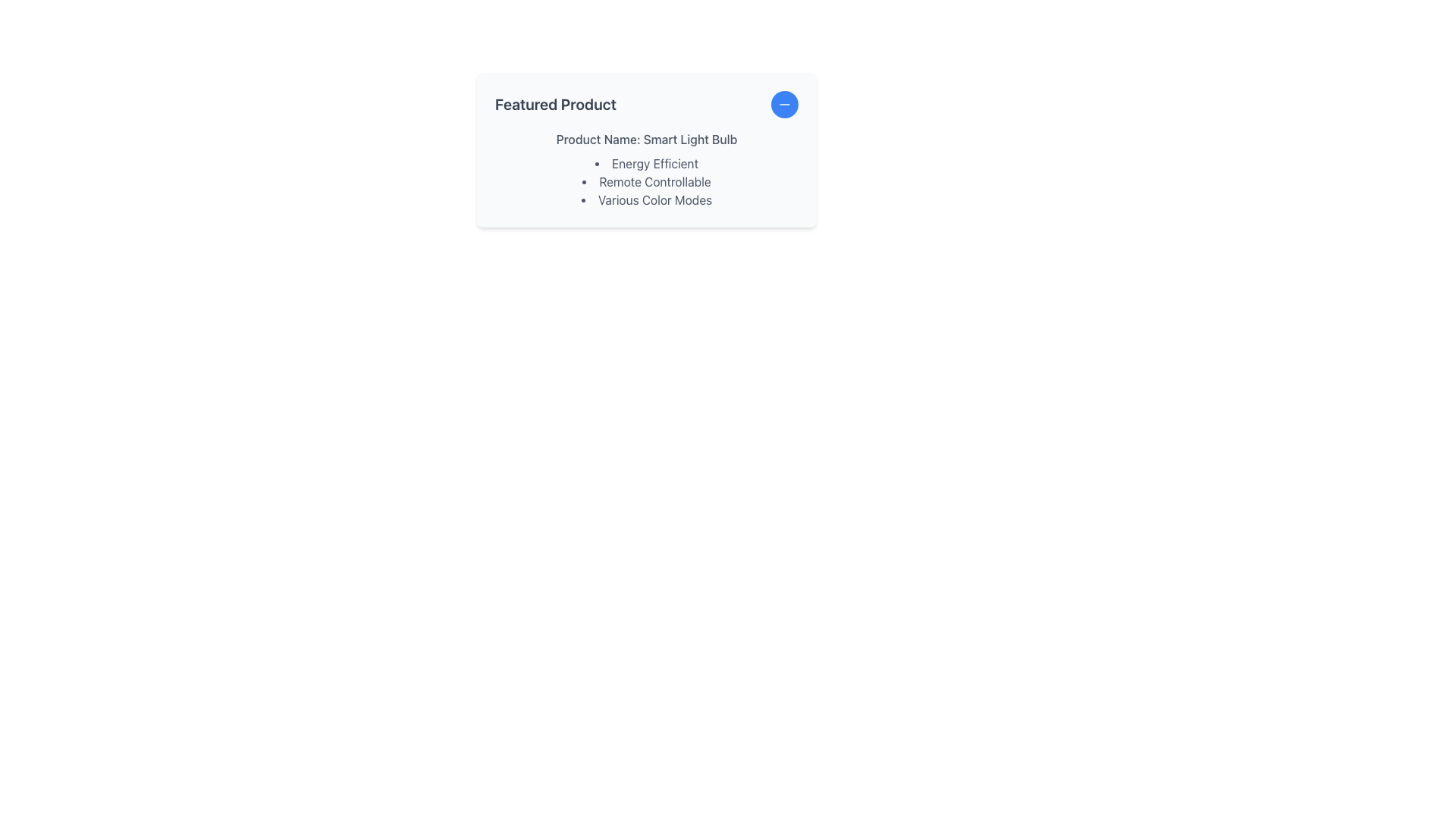 This screenshot has width=1456, height=819. Describe the element at coordinates (647, 180) in the screenshot. I see `the second item in the bulleted list that describes the product's capability to be remote controlled, located below the title 'Product Name: Smart Light Bulb'` at that location.